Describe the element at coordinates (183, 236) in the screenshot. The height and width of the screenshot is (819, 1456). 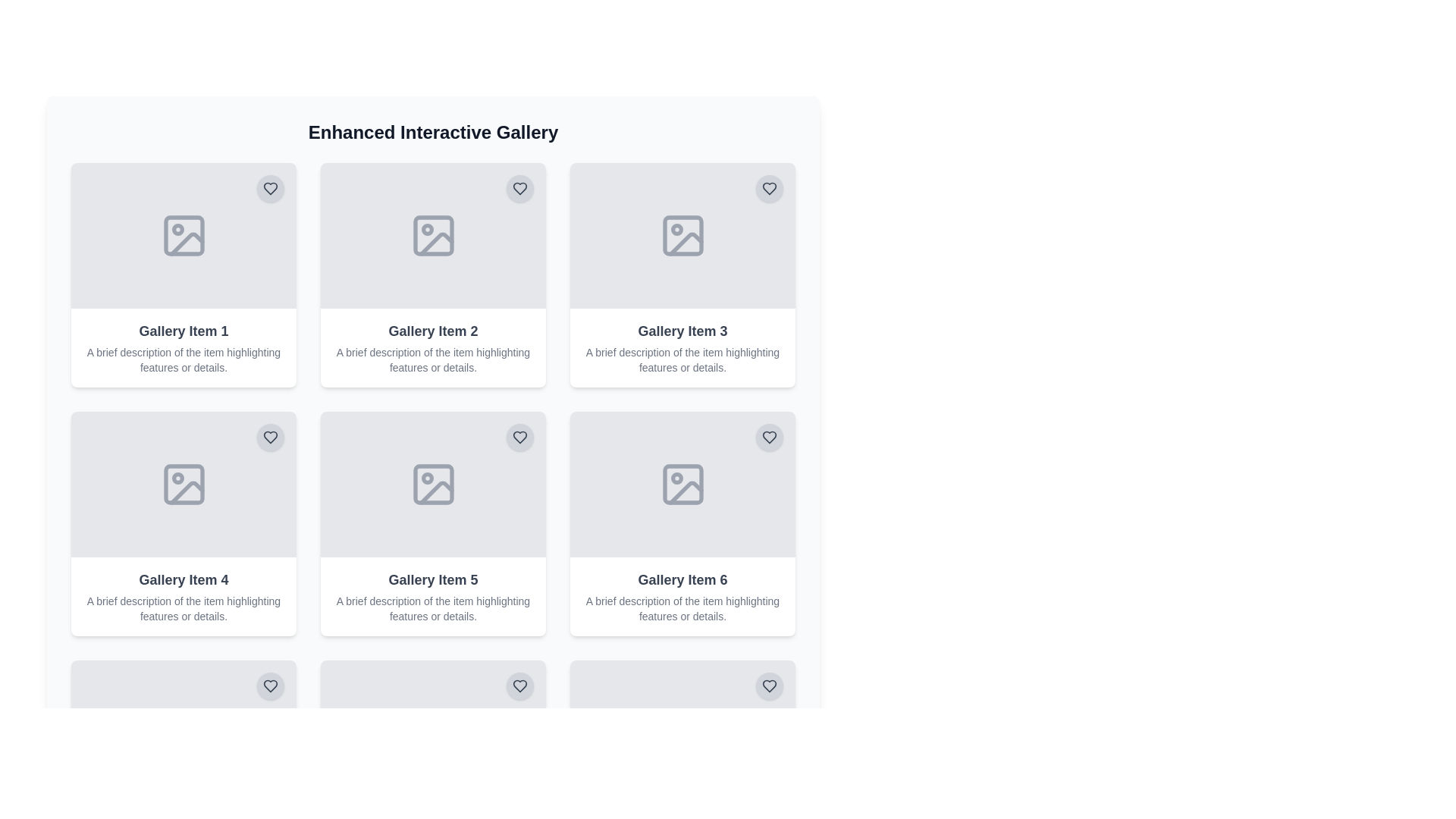
I see `the small square with rounded corners located in the upper left portion of the image icon of 'Gallery Item 1' in the gallery grid layout` at that location.